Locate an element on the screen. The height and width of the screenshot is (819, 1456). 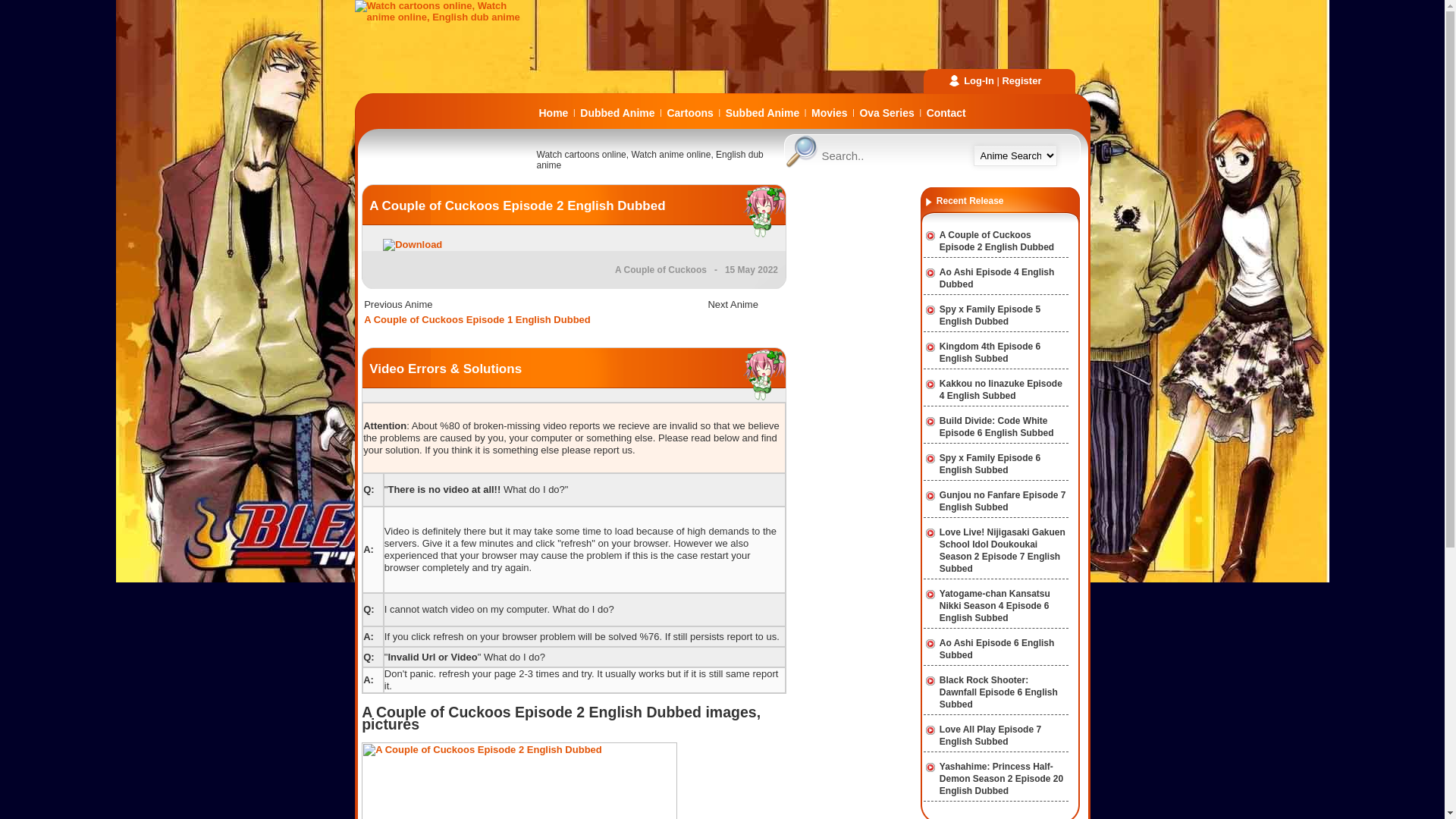
'Register' is located at coordinates (1021, 80).